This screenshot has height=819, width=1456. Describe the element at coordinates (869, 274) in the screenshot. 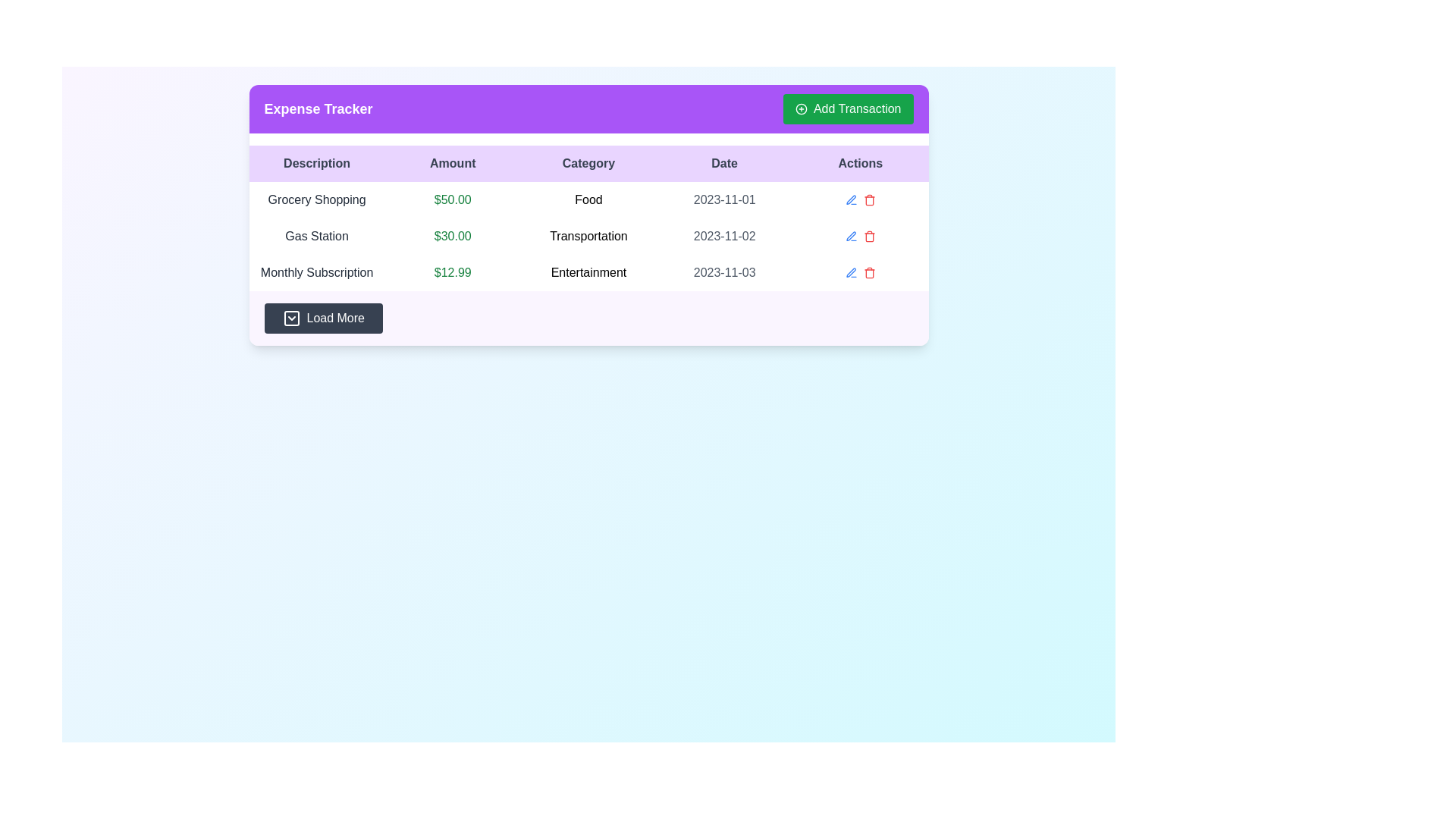

I see `the trash can icon located in the 'Actions' column of the last row of the transaction table to initiate a delete action` at that location.